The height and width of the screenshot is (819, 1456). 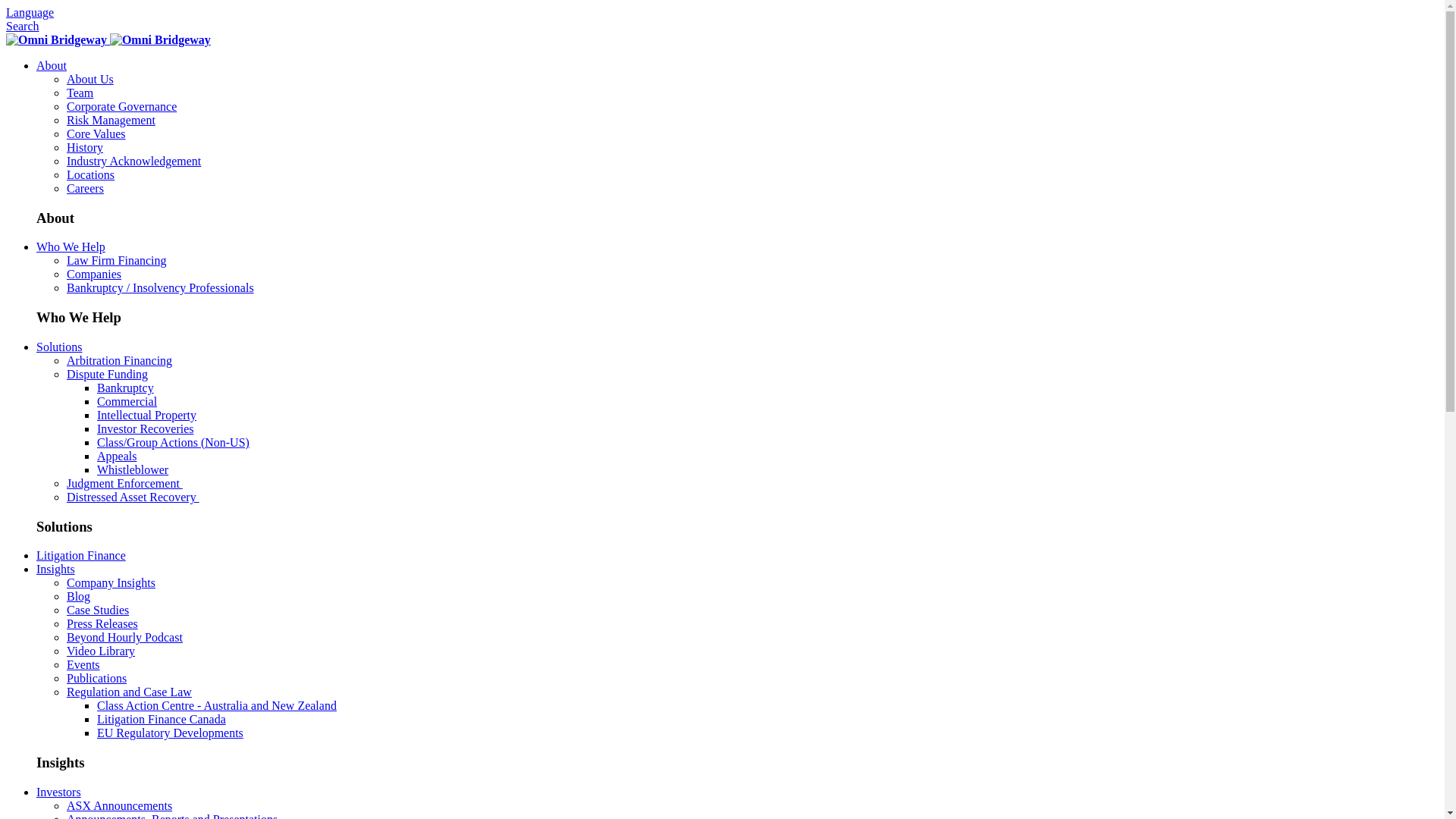 I want to click on 'Investors', so click(x=58, y=791).